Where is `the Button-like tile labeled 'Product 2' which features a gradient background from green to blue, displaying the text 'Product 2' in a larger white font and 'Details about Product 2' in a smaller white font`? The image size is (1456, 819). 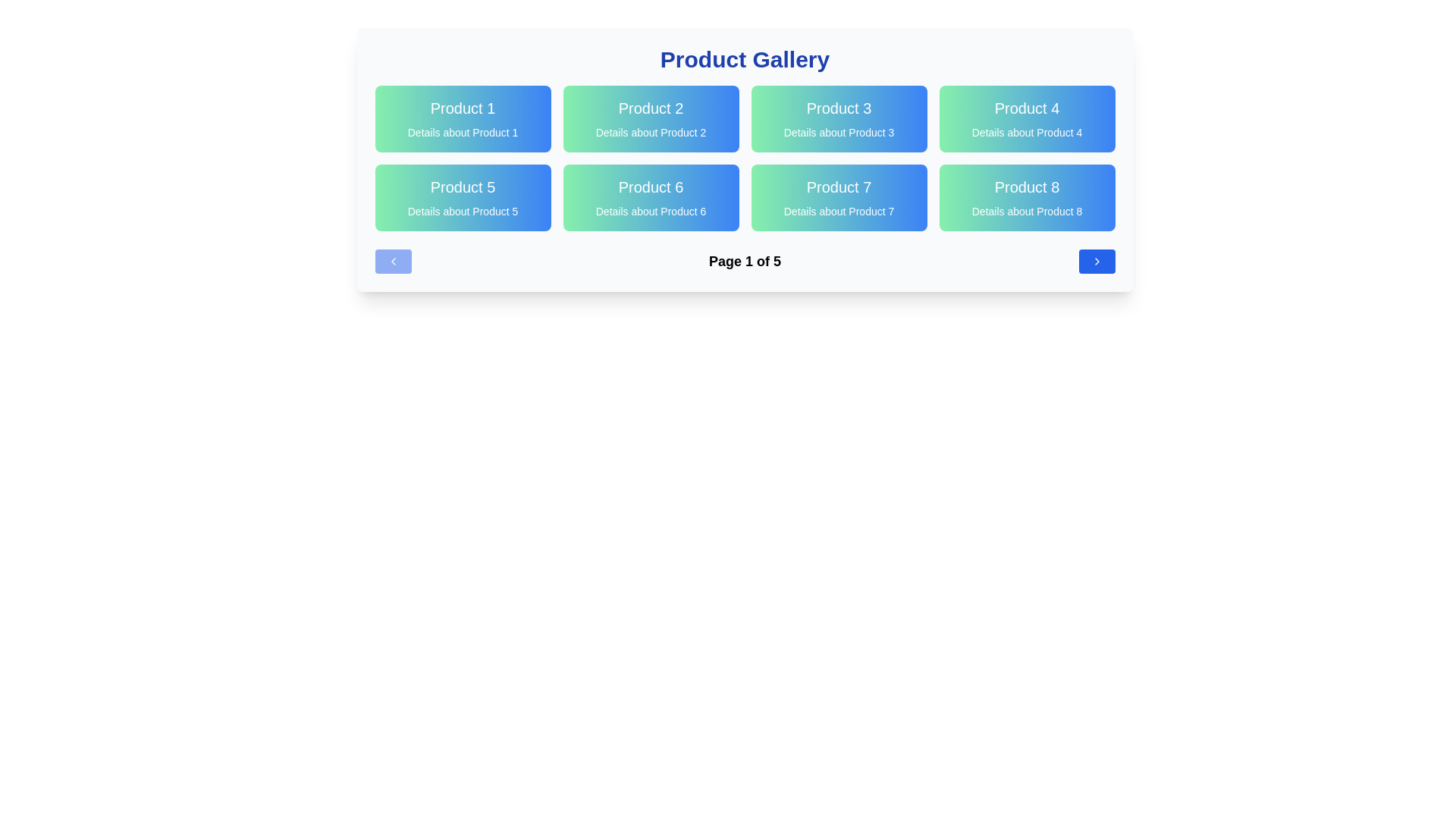
the Button-like tile labeled 'Product 2' which features a gradient background from green to blue, displaying the text 'Product 2' in a larger white font and 'Details about Product 2' in a smaller white font is located at coordinates (651, 118).